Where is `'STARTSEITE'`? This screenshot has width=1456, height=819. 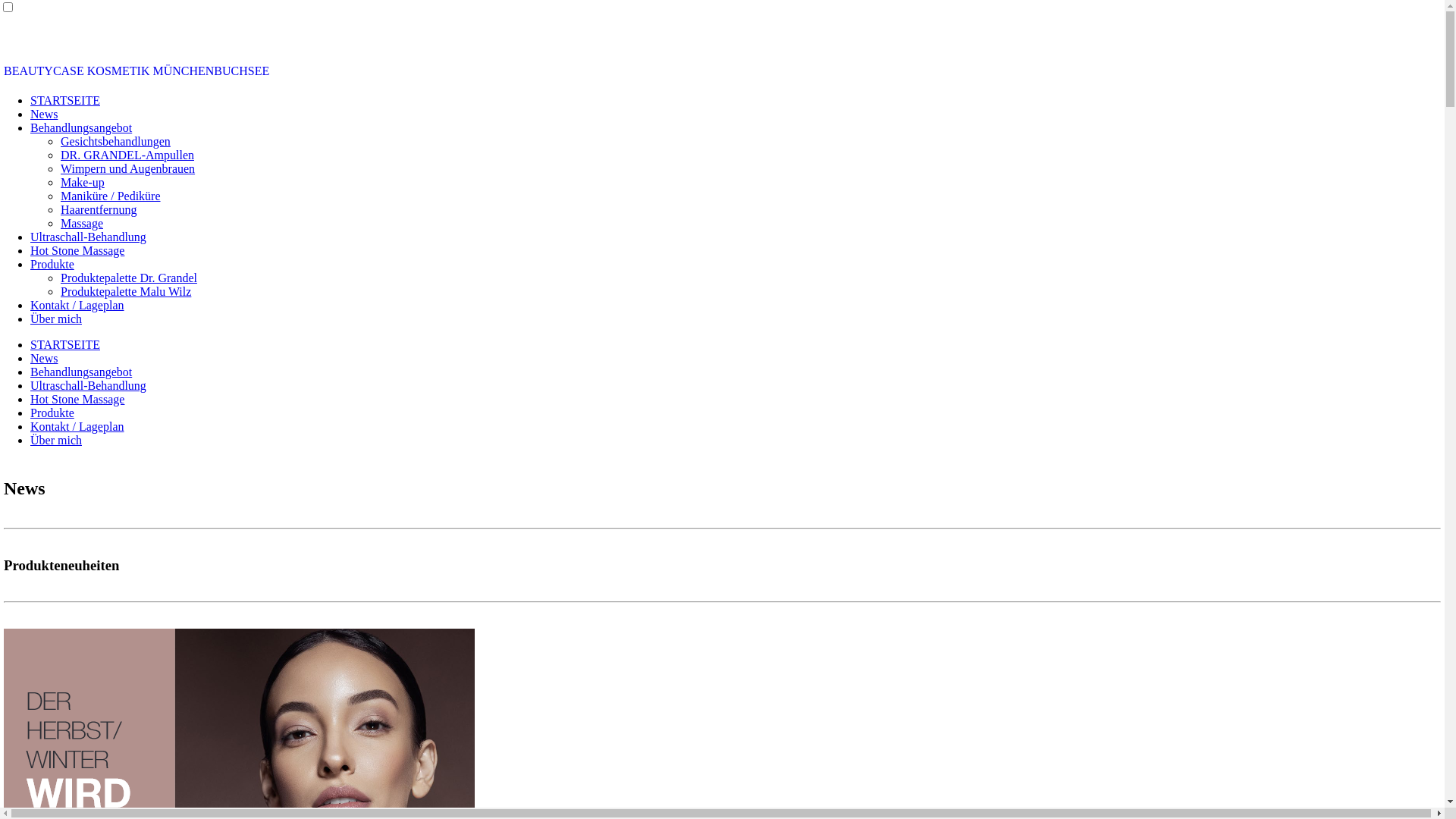 'STARTSEITE' is located at coordinates (30, 100).